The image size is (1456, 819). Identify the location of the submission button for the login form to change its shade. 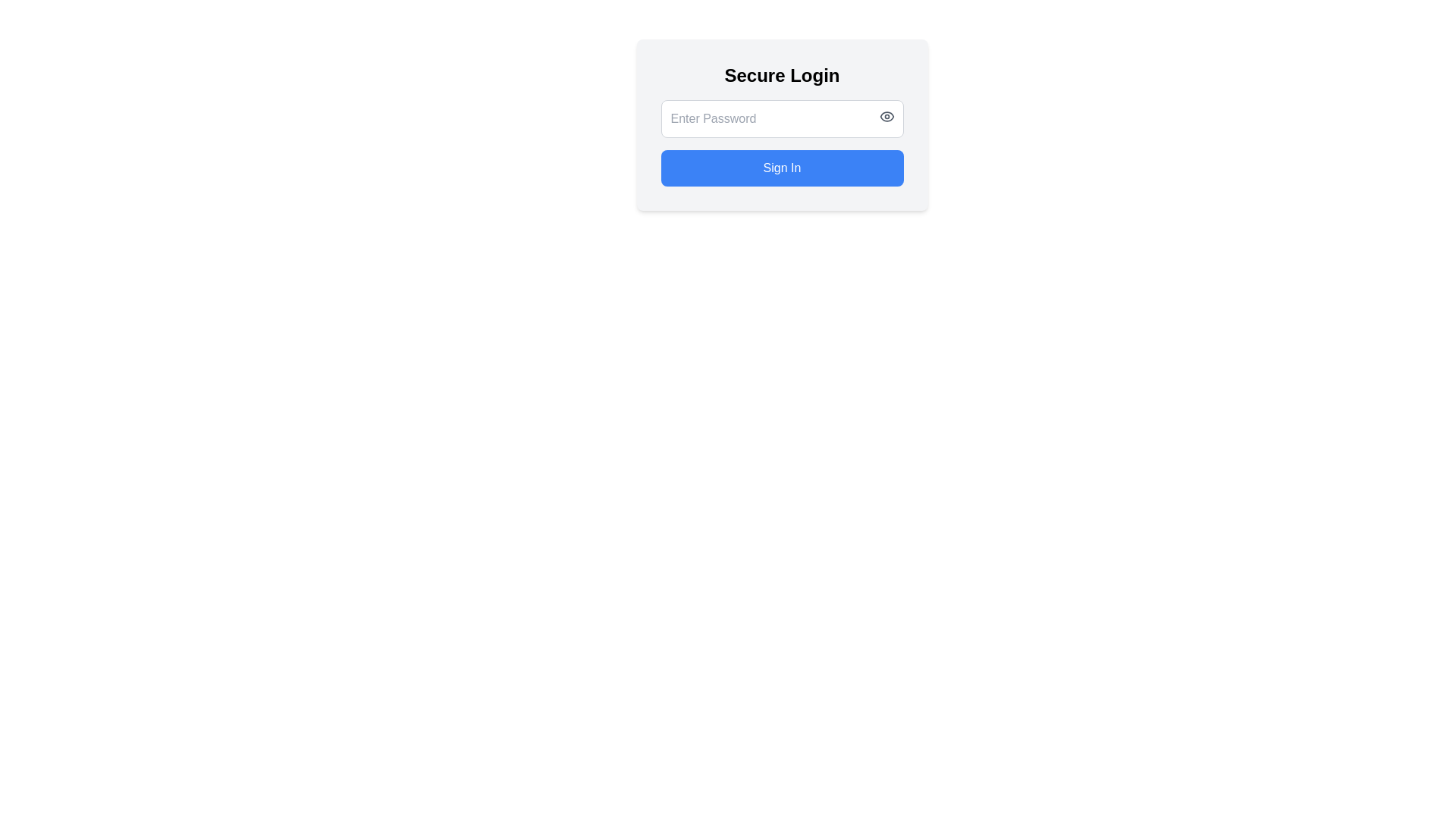
(782, 168).